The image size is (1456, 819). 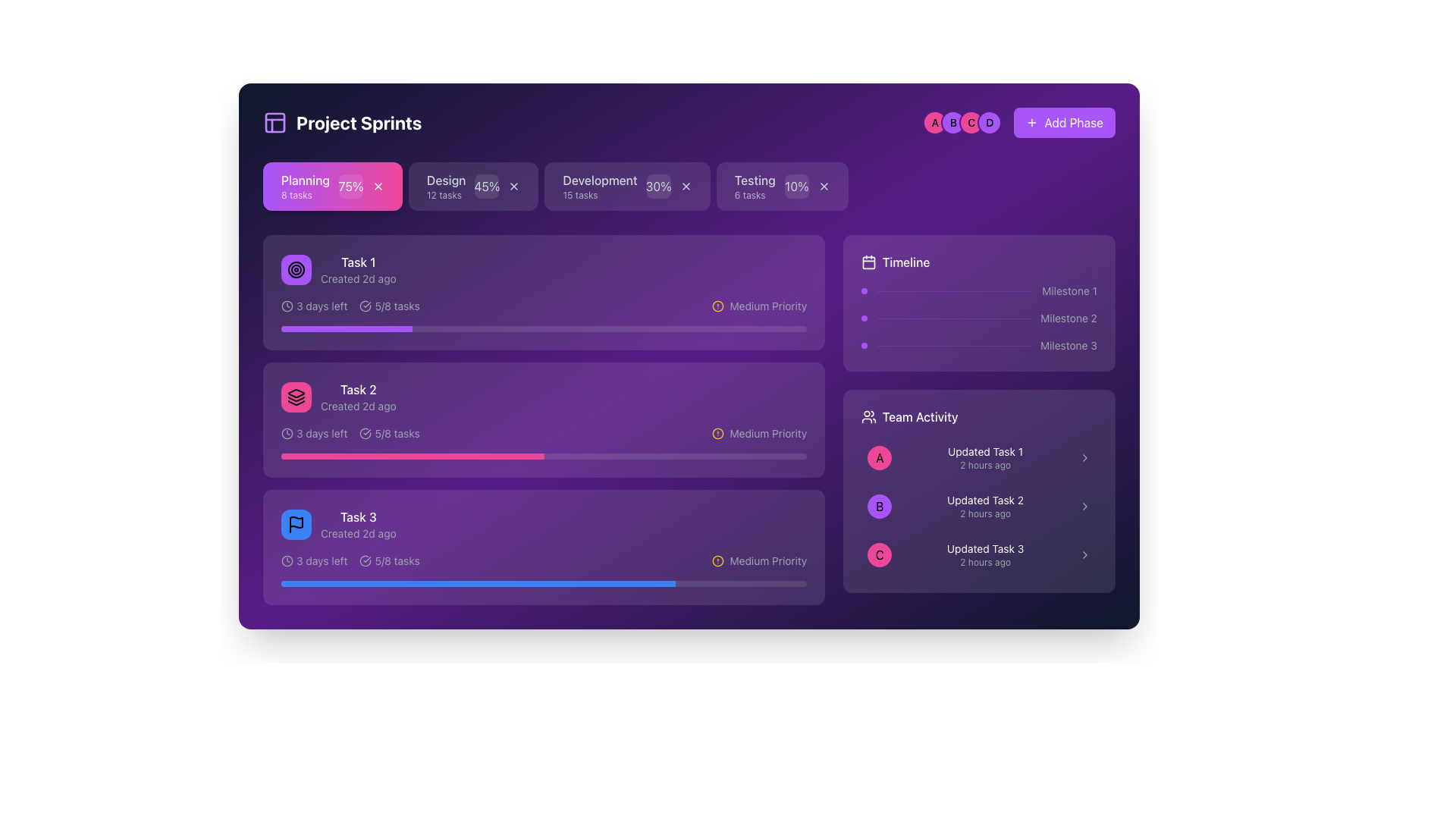 I want to click on the circular badge with a pink background and a centered capital letter 'A' in bold black font, located in the left-most part of the team activity section, aligned vertically with 'Updated Task 1, 2 hours ago', so click(x=880, y=457).